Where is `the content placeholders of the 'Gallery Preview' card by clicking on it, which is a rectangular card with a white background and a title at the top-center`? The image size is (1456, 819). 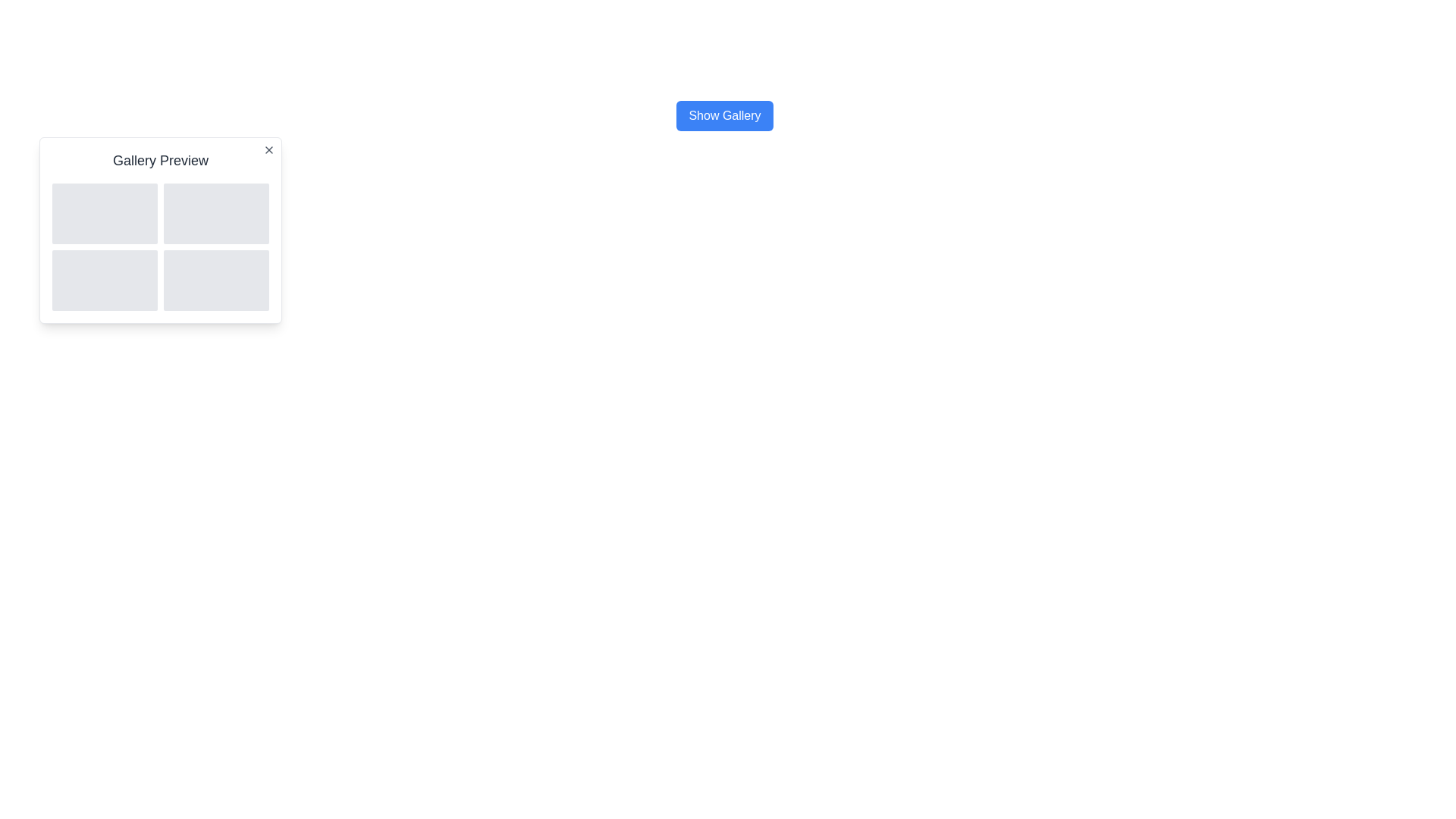
the content placeholders of the 'Gallery Preview' card by clicking on it, which is a rectangular card with a white background and a title at the top-center is located at coordinates (160, 231).